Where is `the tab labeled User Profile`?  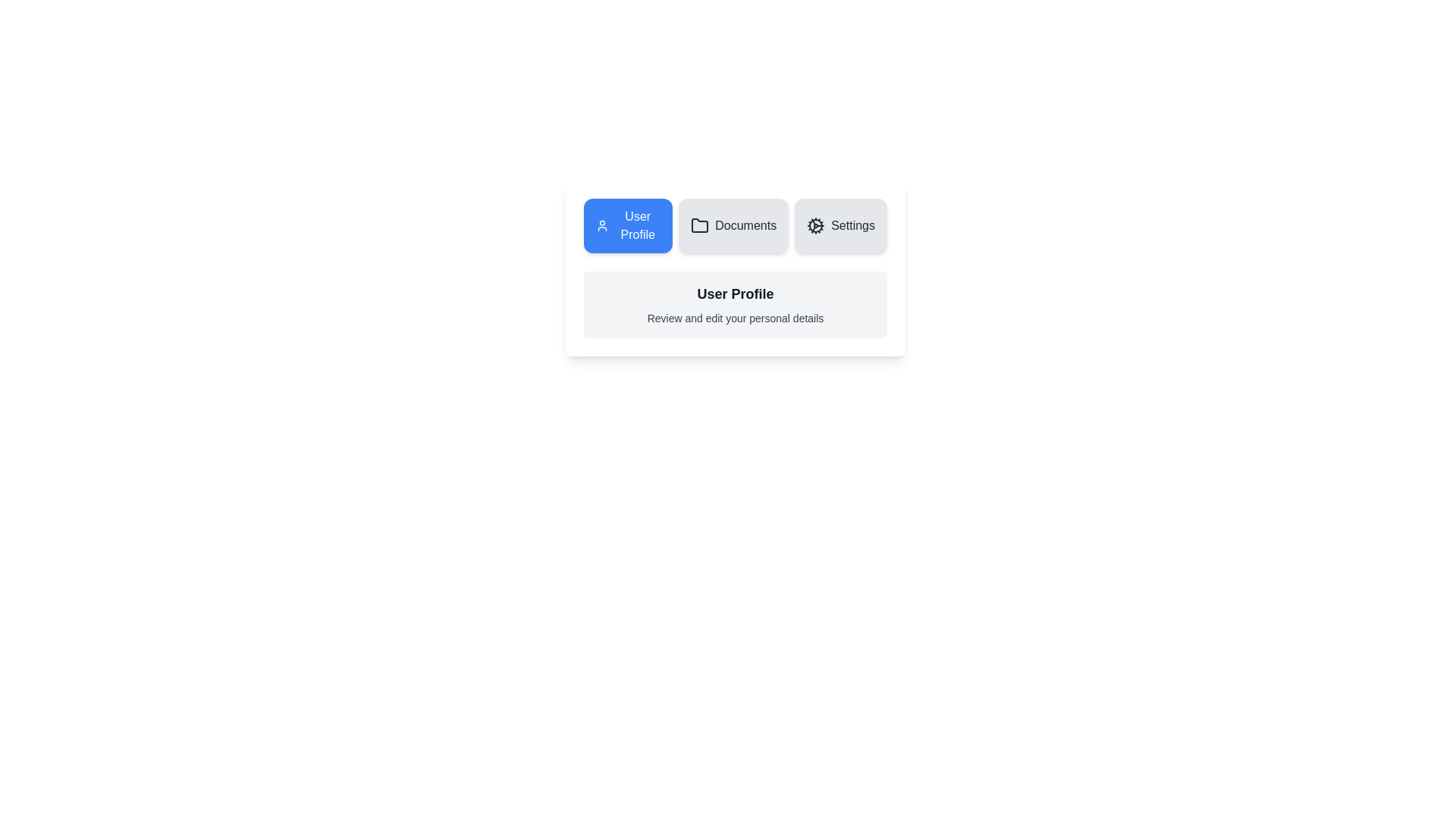 the tab labeled User Profile is located at coordinates (628, 225).